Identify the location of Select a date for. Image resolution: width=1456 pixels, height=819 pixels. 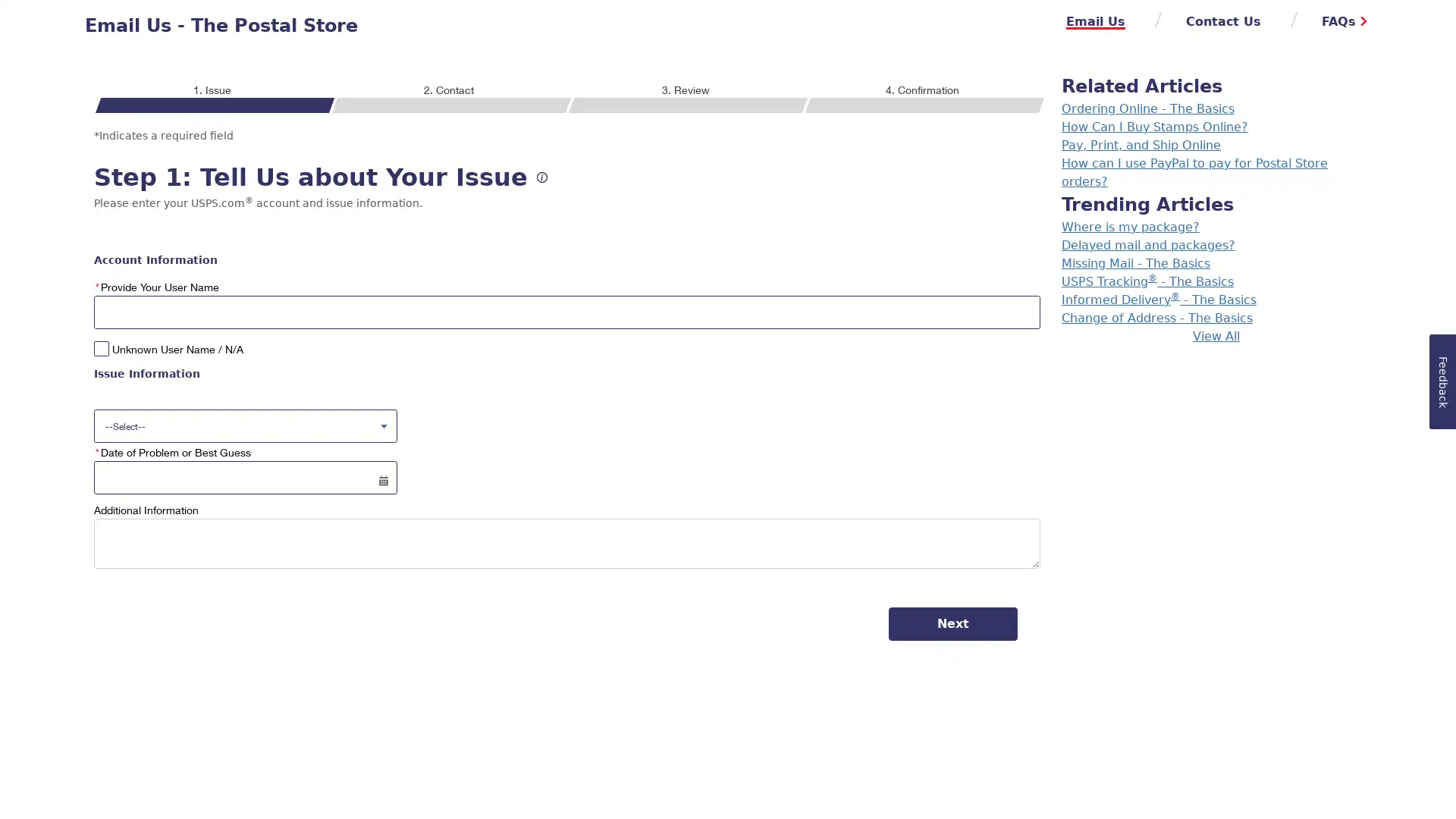
(383, 482).